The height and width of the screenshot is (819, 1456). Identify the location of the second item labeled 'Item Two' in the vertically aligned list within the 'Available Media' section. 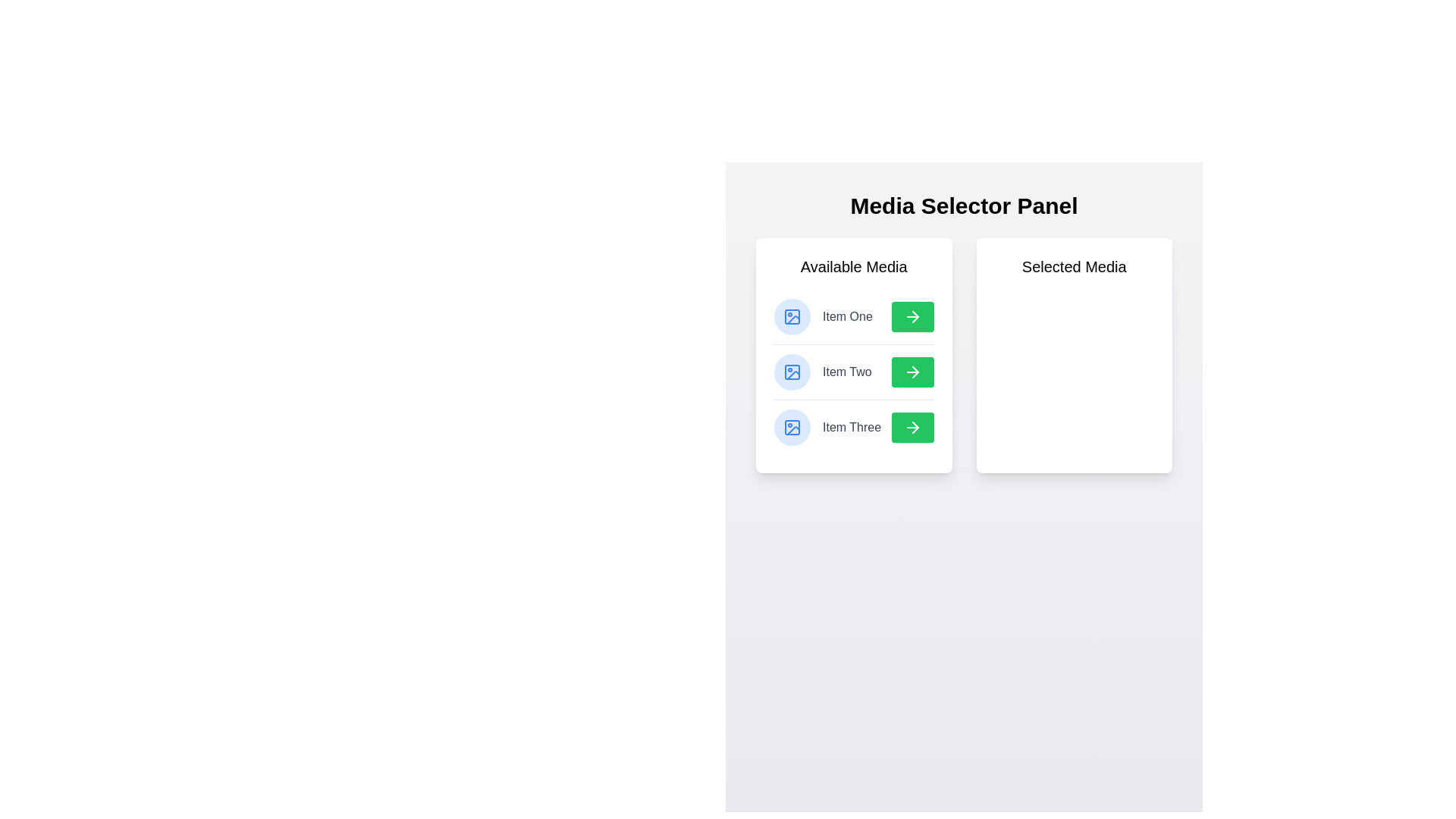
(854, 372).